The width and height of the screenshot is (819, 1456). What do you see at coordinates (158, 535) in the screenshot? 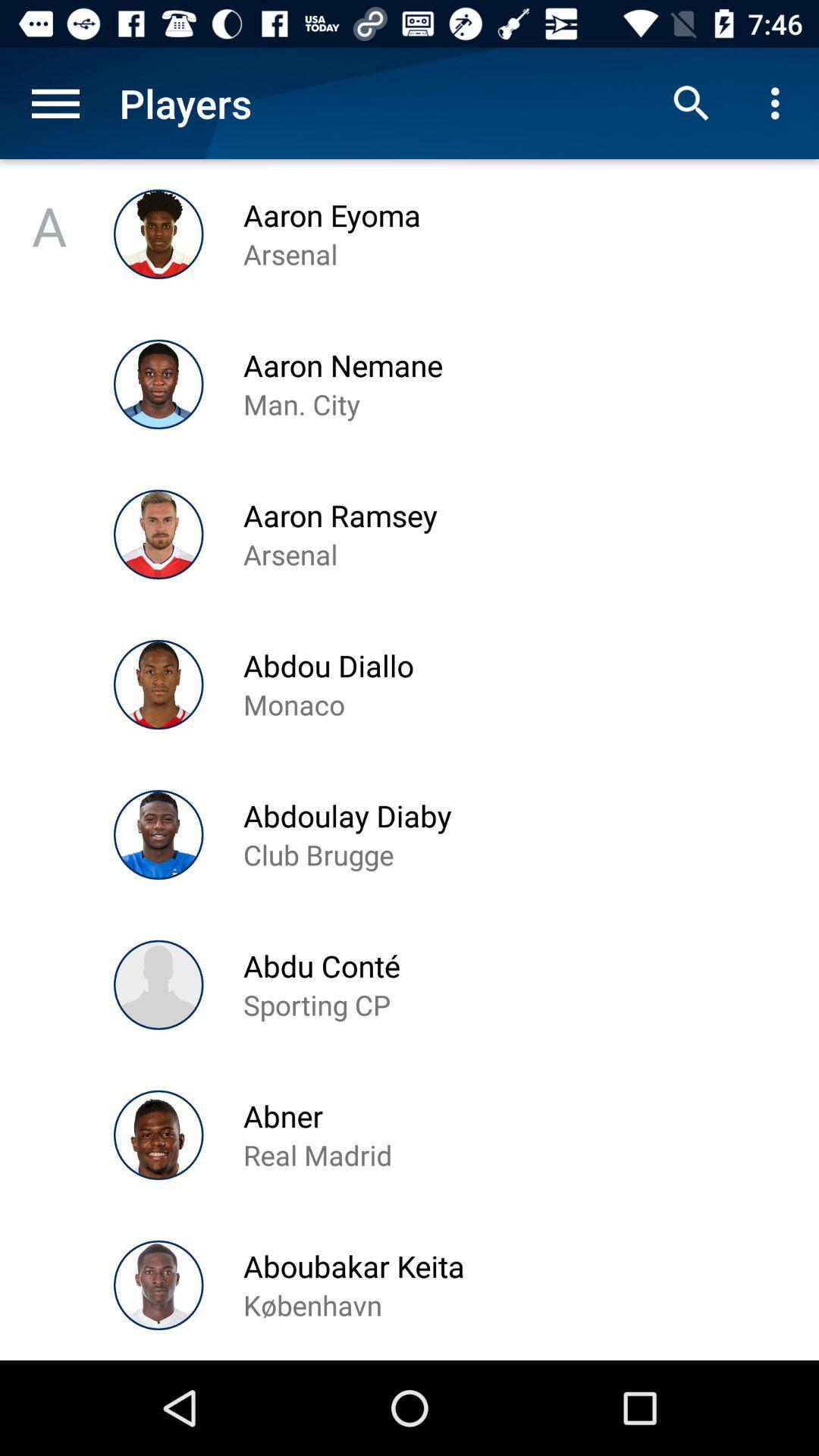
I see `the third player in a` at bounding box center [158, 535].